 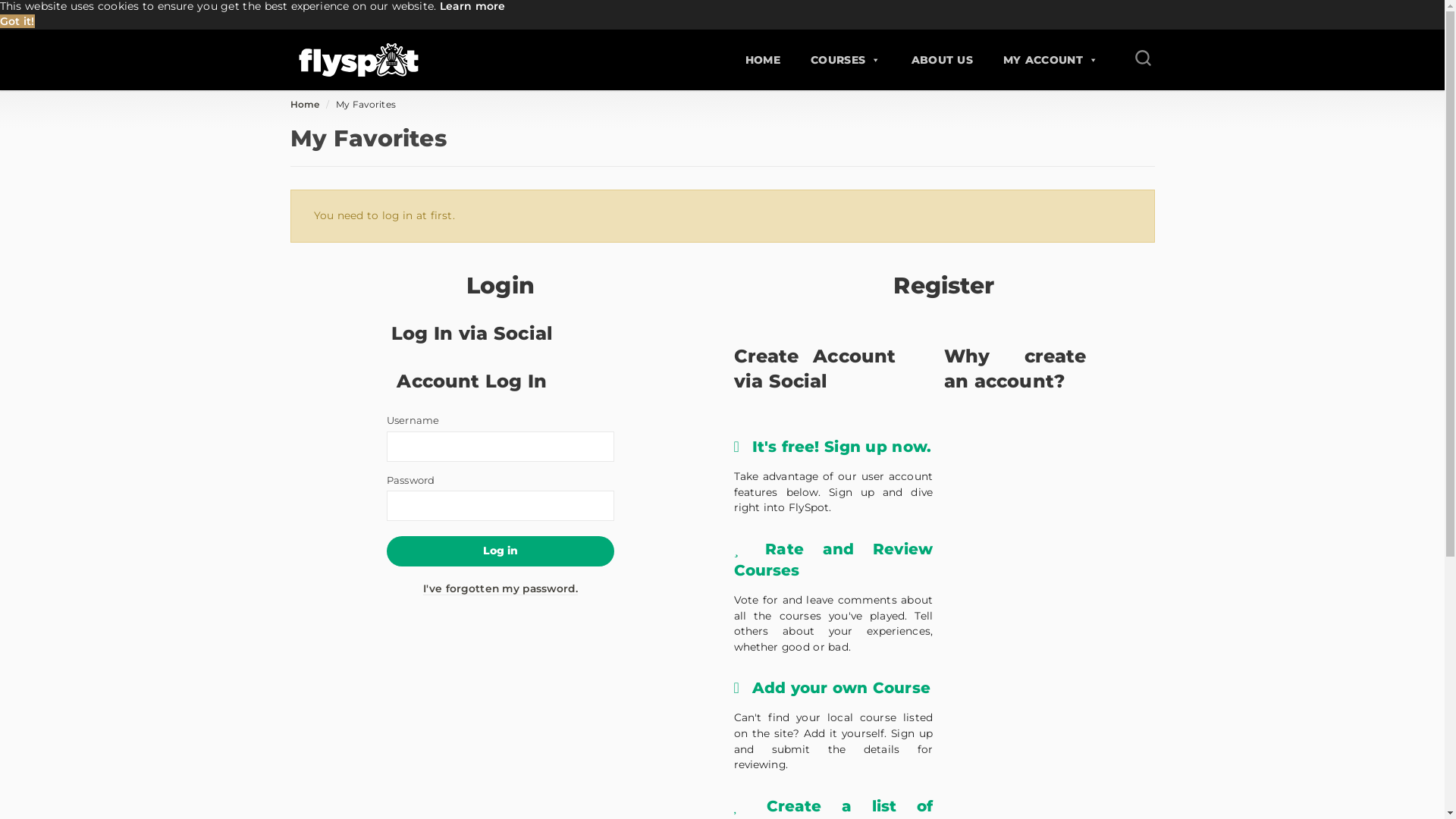 What do you see at coordinates (500, 551) in the screenshot?
I see `'Log in'` at bounding box center [500, 551].